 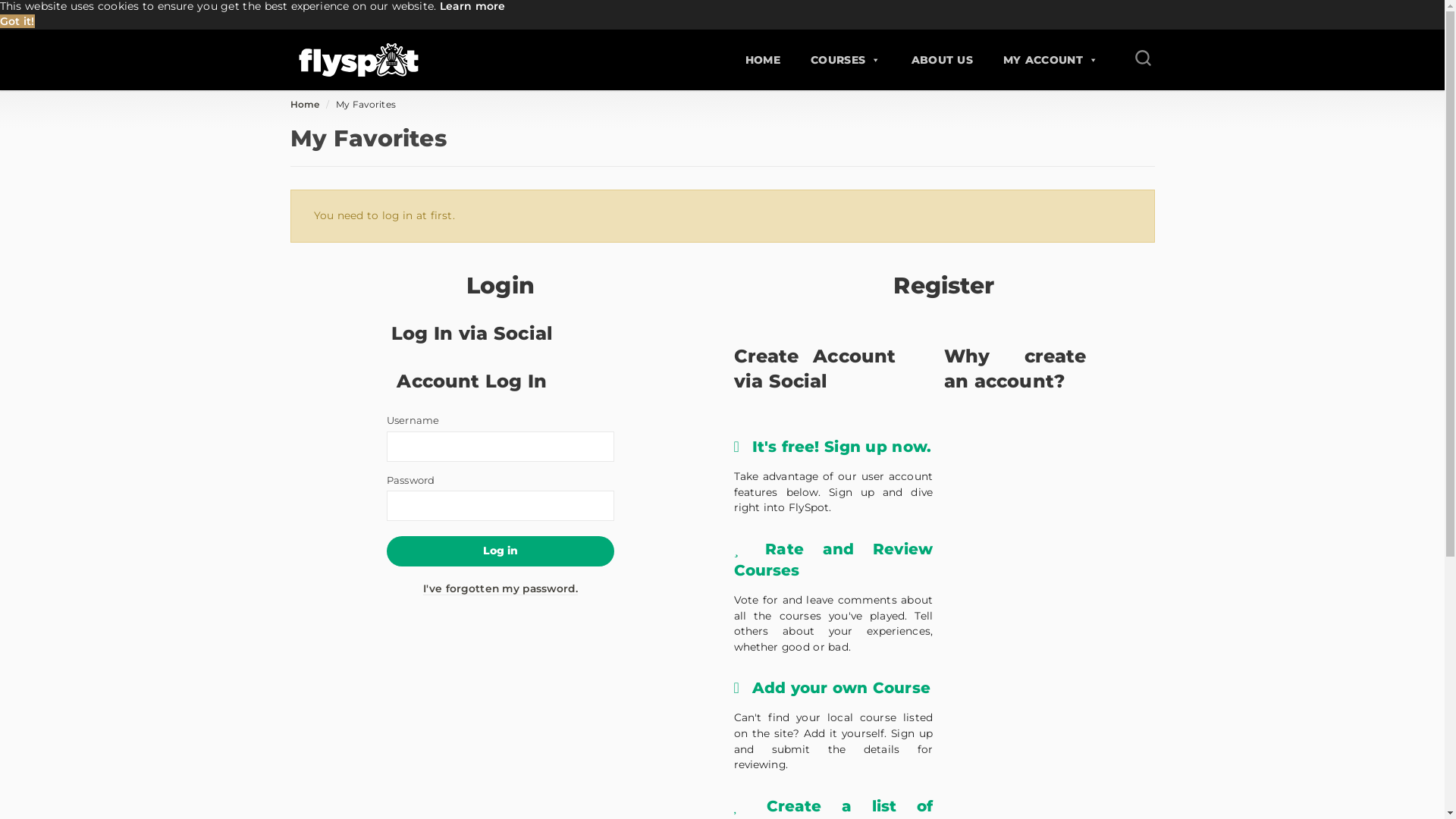 What do you see at coordinates (500, 551) in the screenshot?
I see `'Log in'` at bounding box center [500, 551].